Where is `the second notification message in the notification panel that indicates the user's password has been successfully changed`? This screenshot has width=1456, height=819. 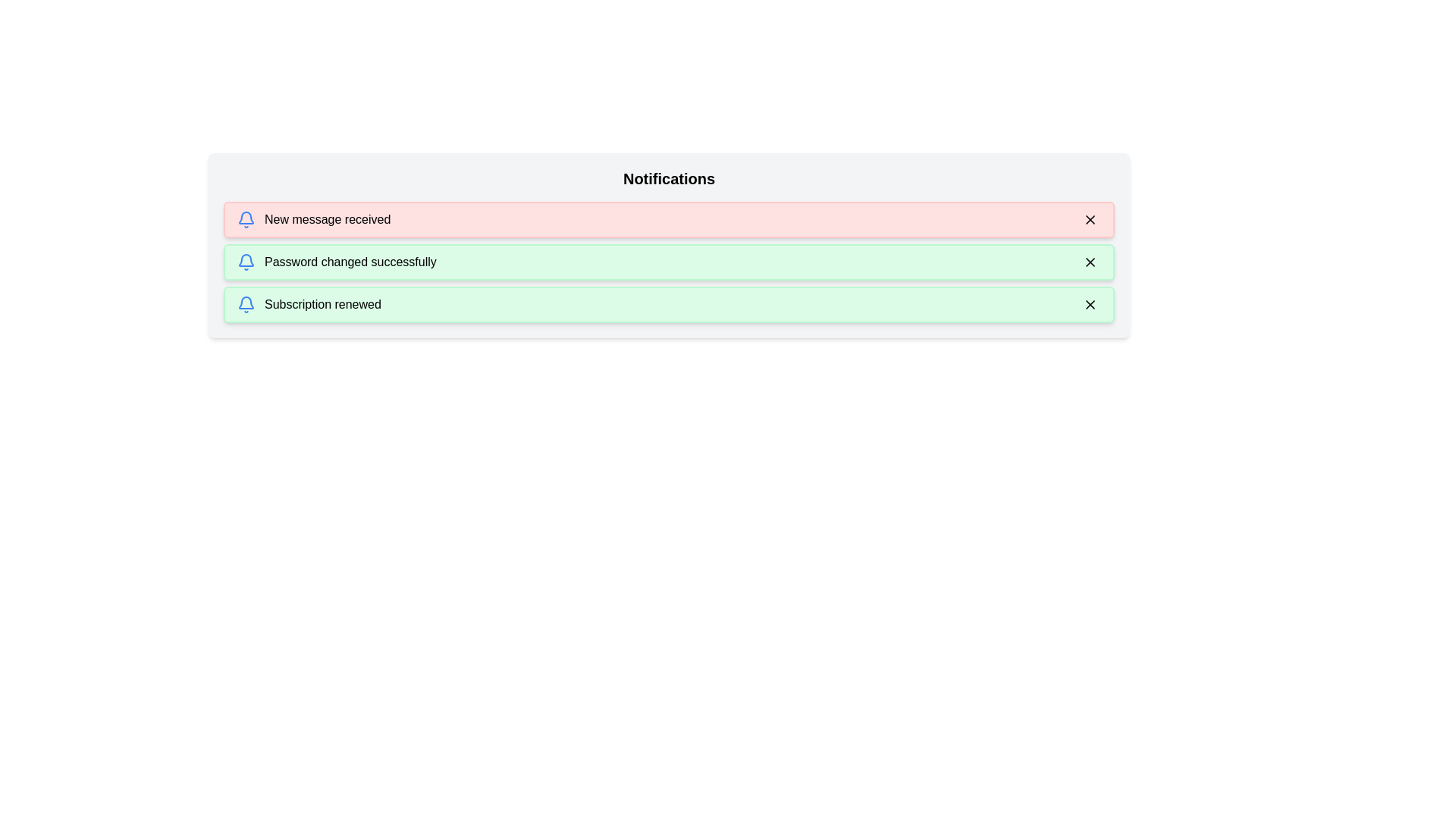
the second notification message in the notification panel that indicates the user's password has been successfully changed is located at coordinates (350, 262).